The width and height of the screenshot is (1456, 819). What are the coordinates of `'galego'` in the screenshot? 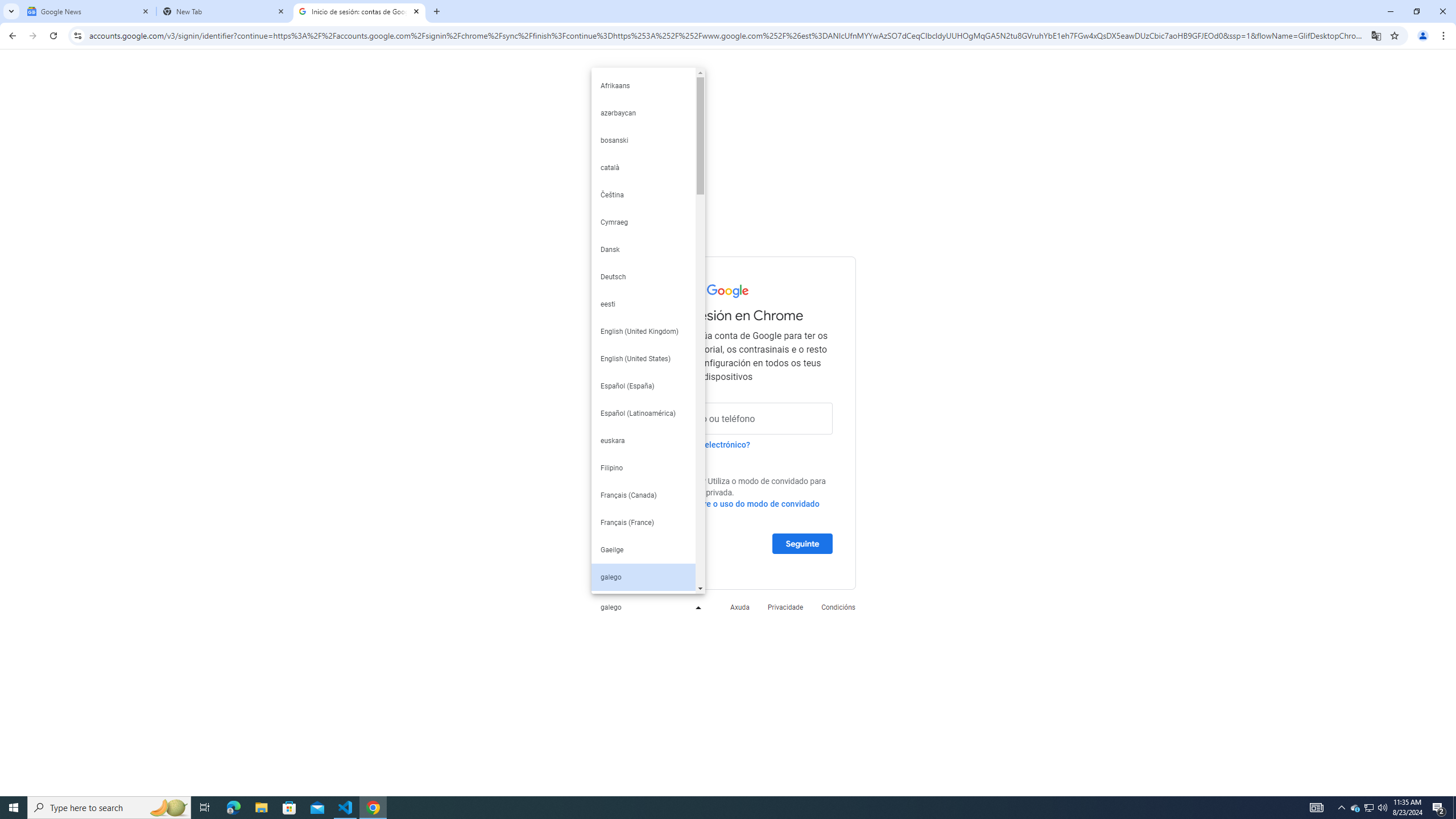 It's located at (643, 577).